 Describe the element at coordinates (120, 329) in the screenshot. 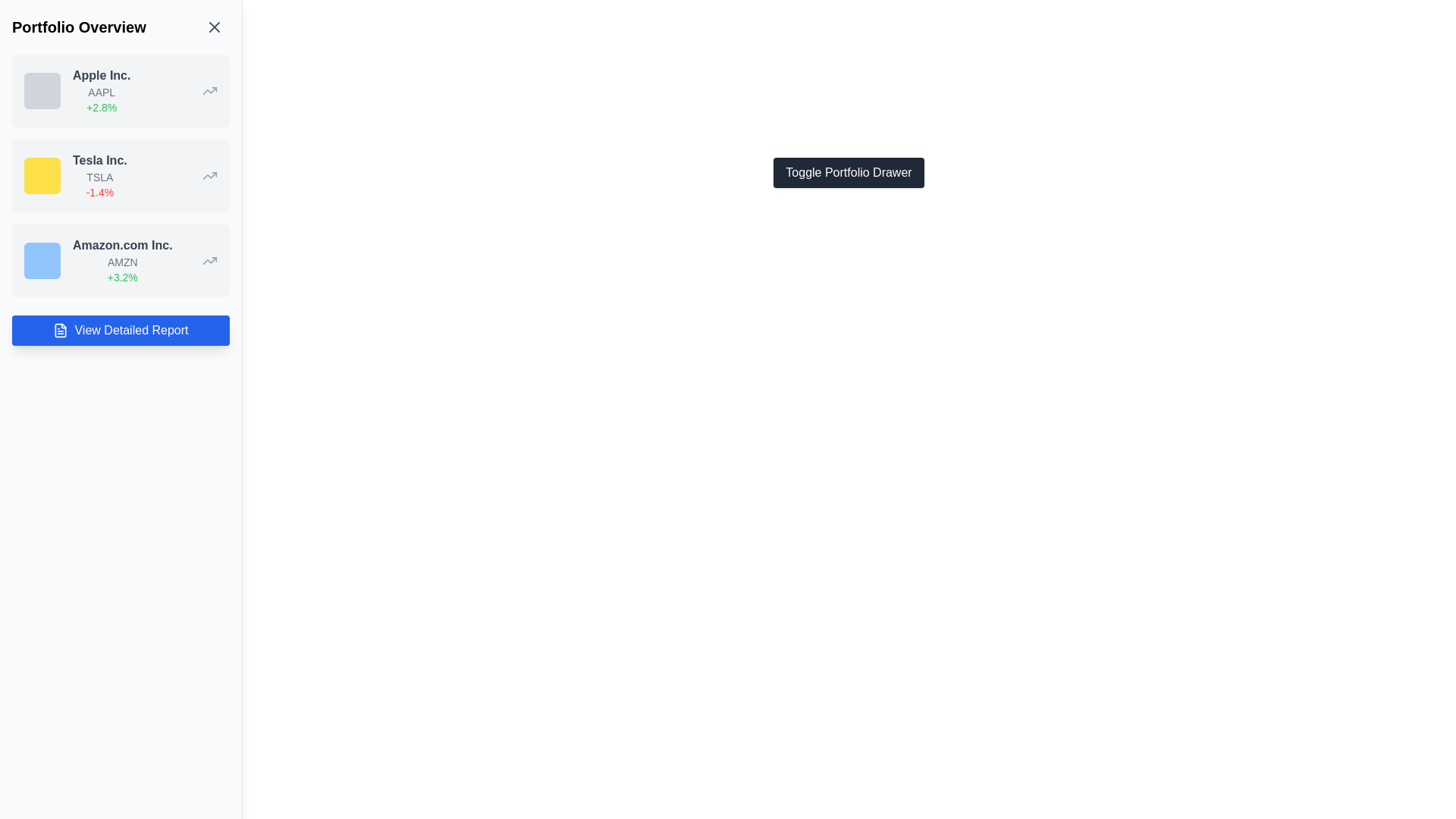

I see `the interactive button at the bottom of the portfolio drawer section` at that location.